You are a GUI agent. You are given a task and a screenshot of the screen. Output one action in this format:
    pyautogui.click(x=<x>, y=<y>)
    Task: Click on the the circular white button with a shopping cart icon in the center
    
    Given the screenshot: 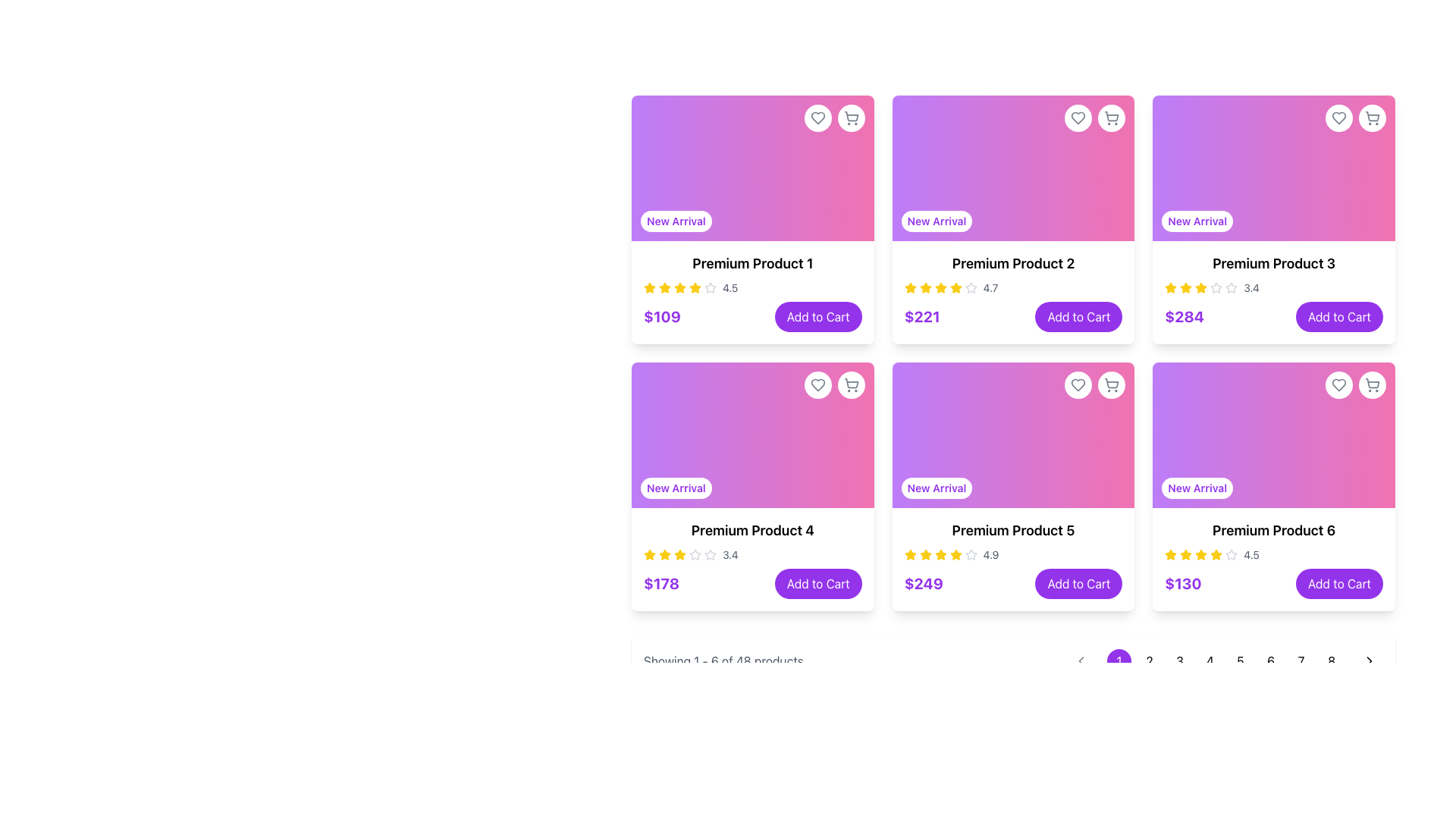 What is the action you would take?
    pyautogui.click(x=851, y=384)
    